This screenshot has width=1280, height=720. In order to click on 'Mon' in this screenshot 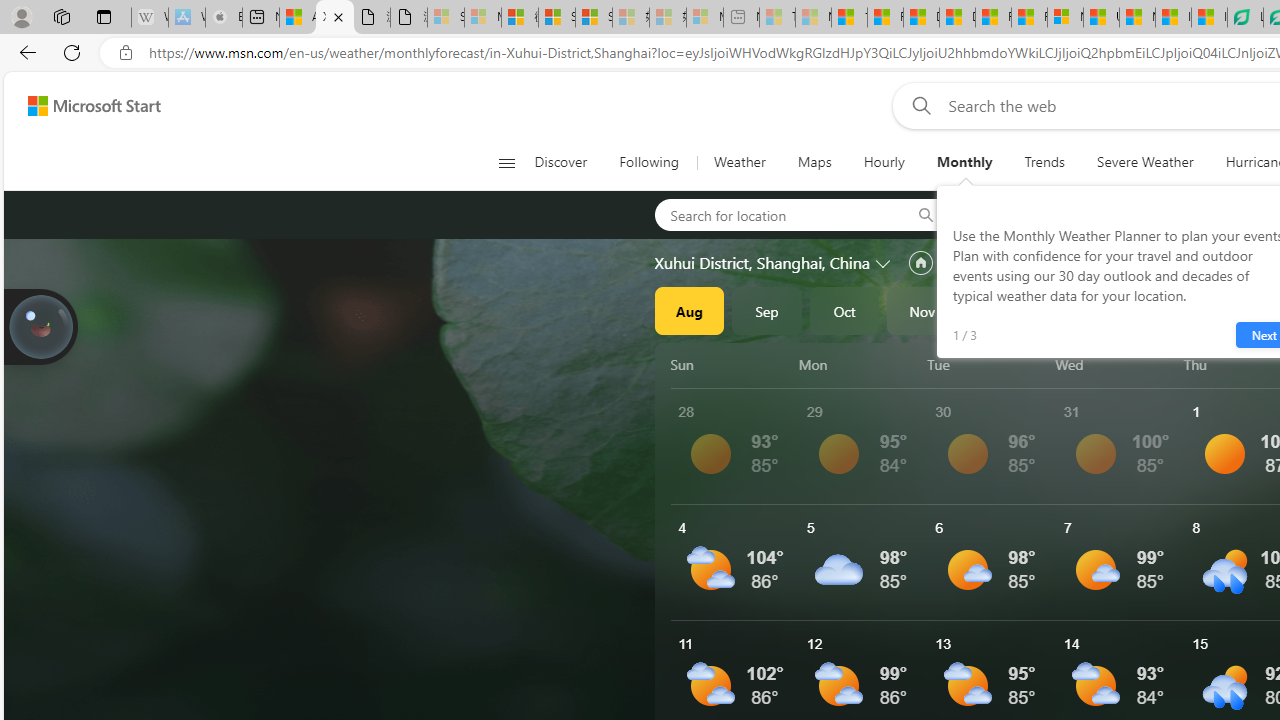, I will do `click(859, 364)`.